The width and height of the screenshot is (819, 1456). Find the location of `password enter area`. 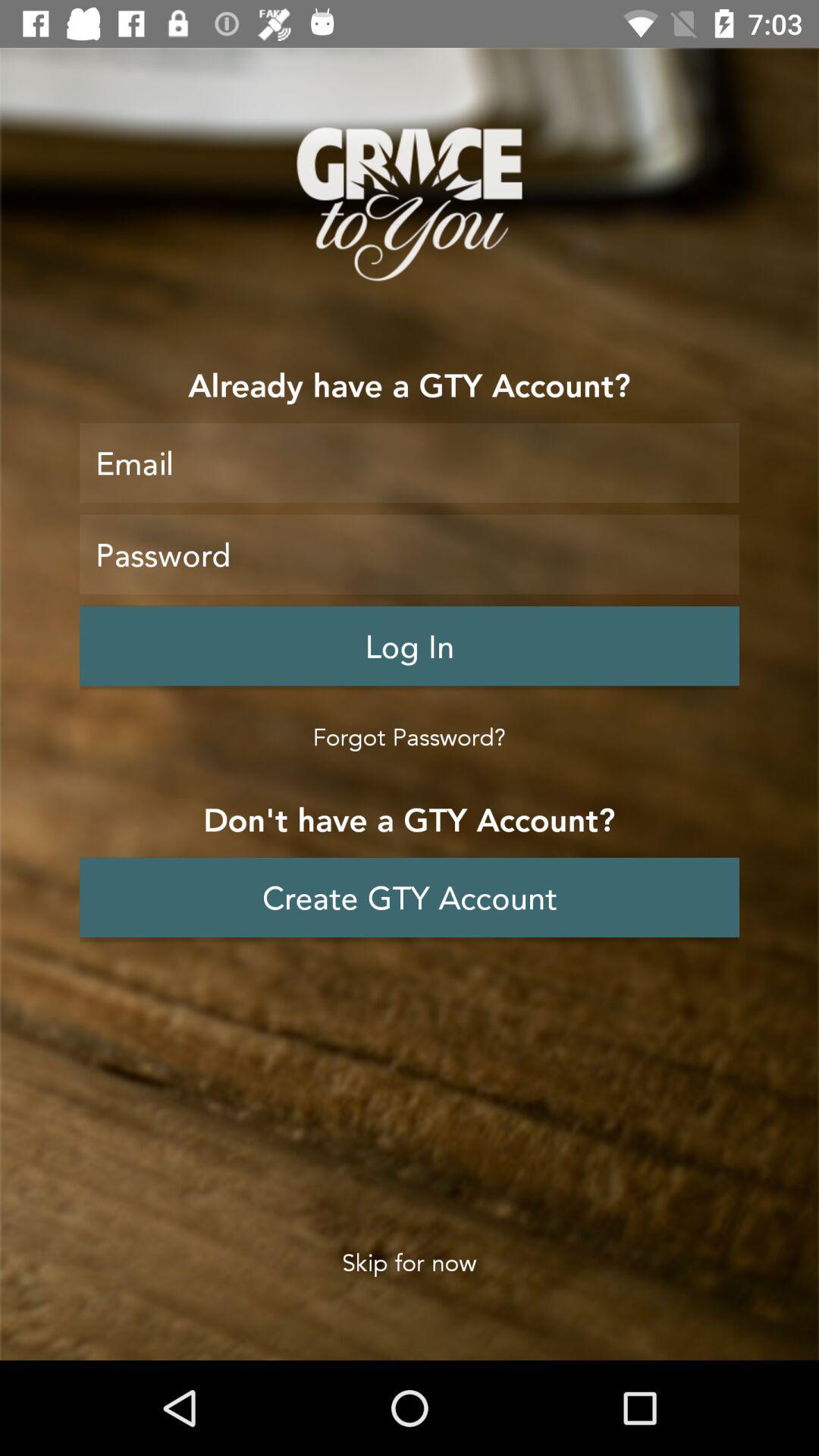

password enter area is located at coordinates (409, 554).